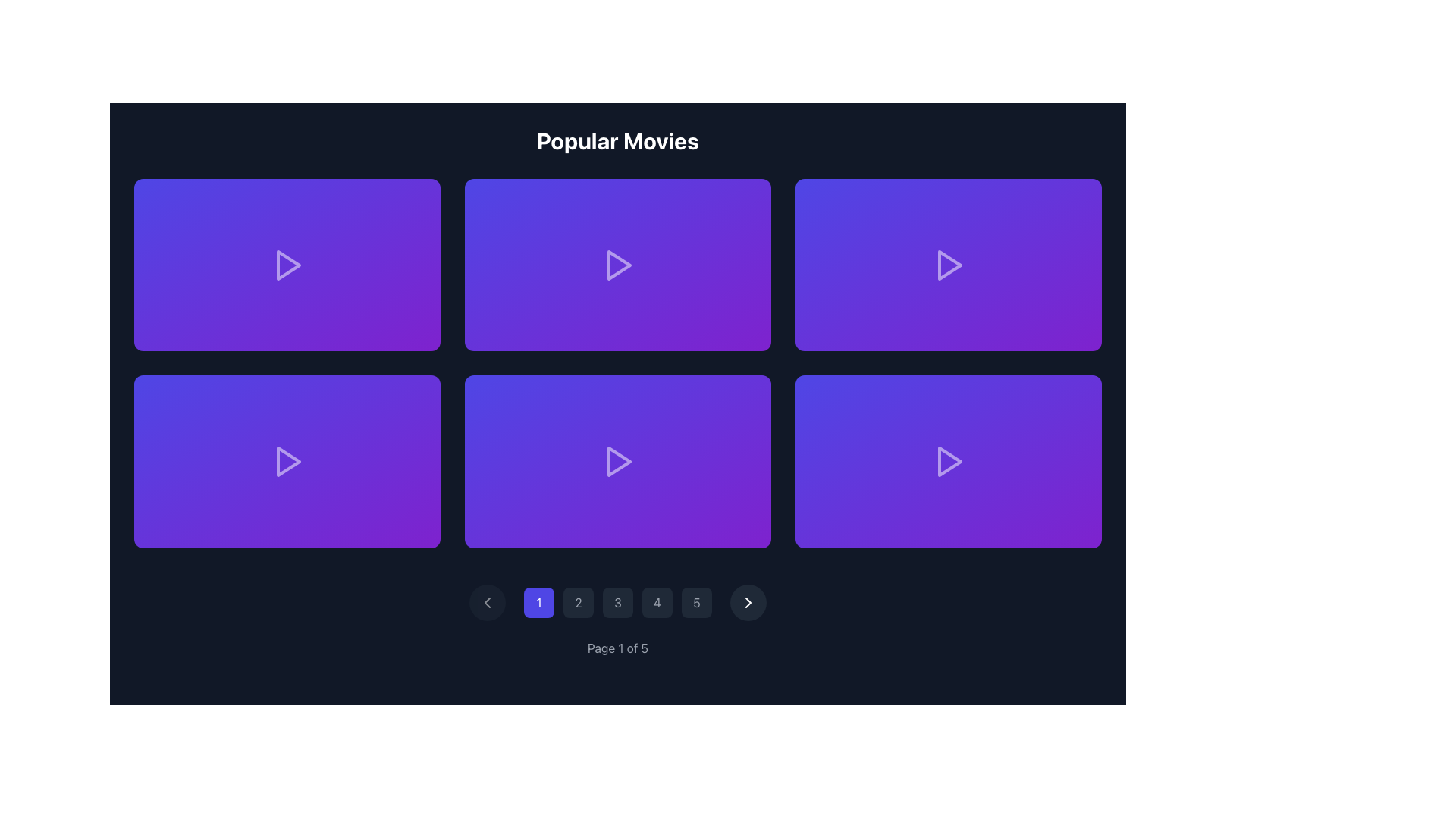 The height and width of the screenshot is (819, 1456). What do you see at coordinates (618, 263) in the screenshot?
I see `the play icon represented by a triangle on a purple gradient background in the second card of the 'Popular Movies' section` at bounding box center [618, 263].